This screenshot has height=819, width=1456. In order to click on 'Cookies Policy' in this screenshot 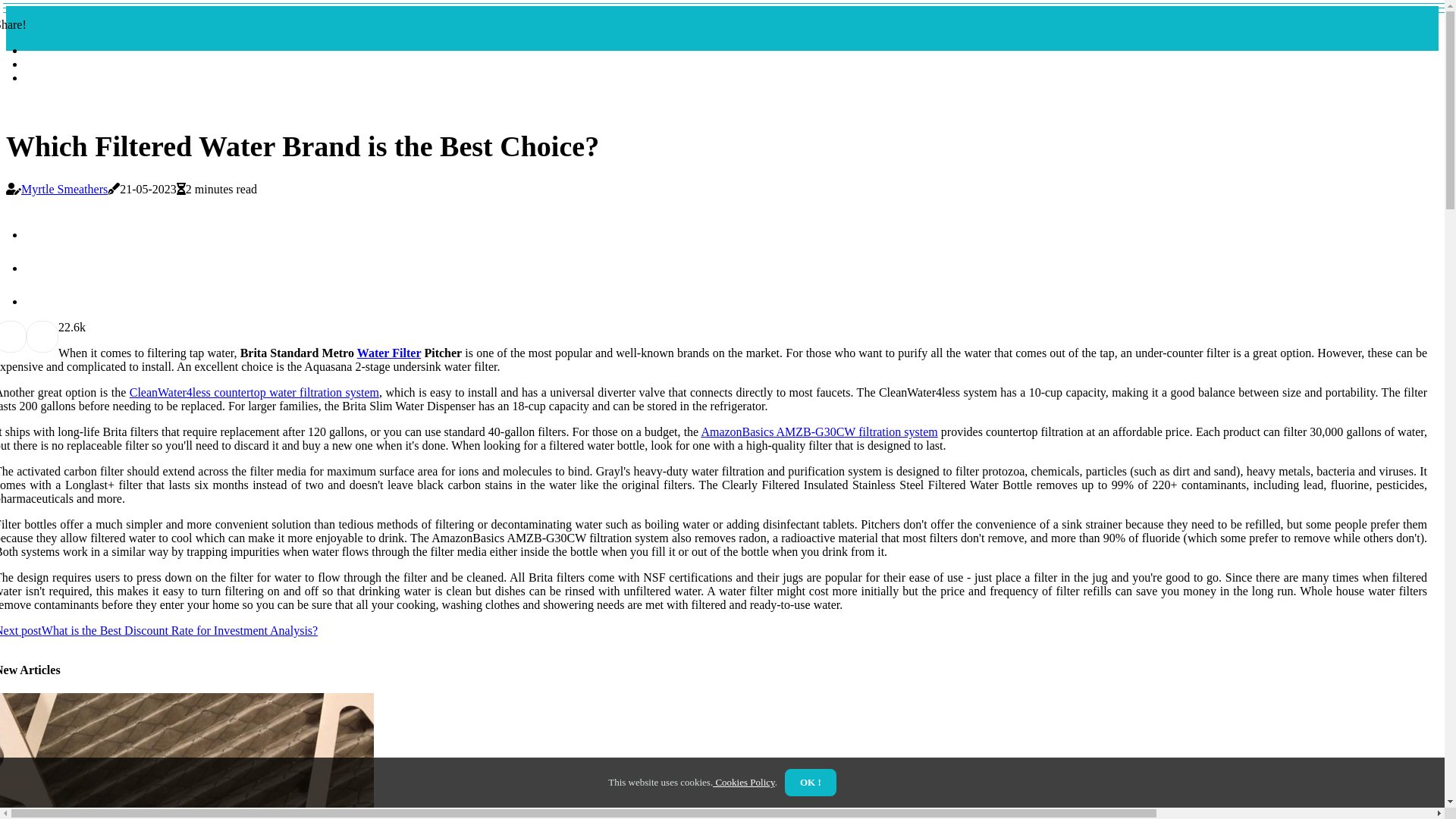, I will do `click(743, 782)`.